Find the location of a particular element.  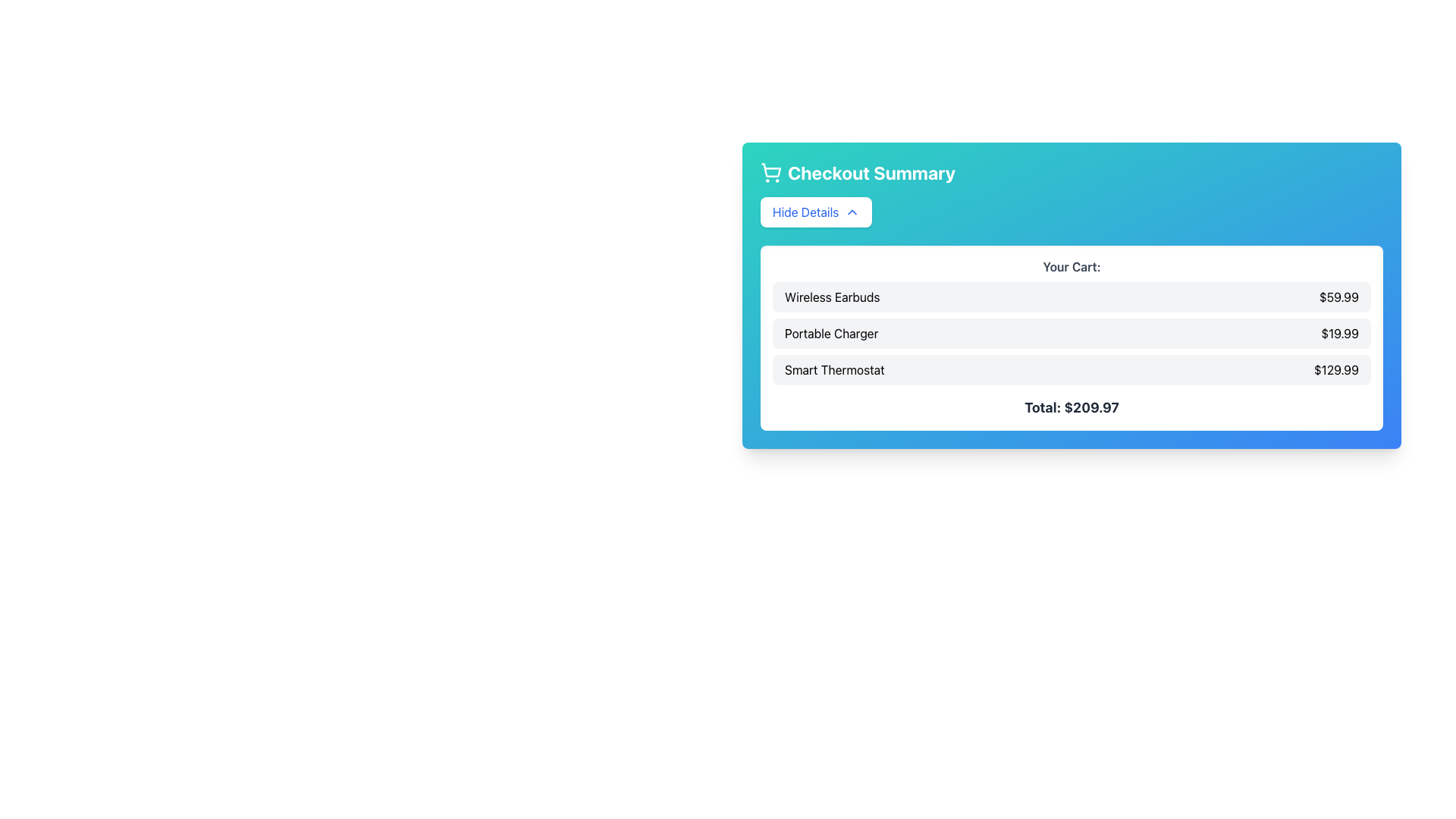

the total sum Text Label in the 'Your Cart' section, which displays the total cost of items in the cart is located at coordinates (1071, 406).